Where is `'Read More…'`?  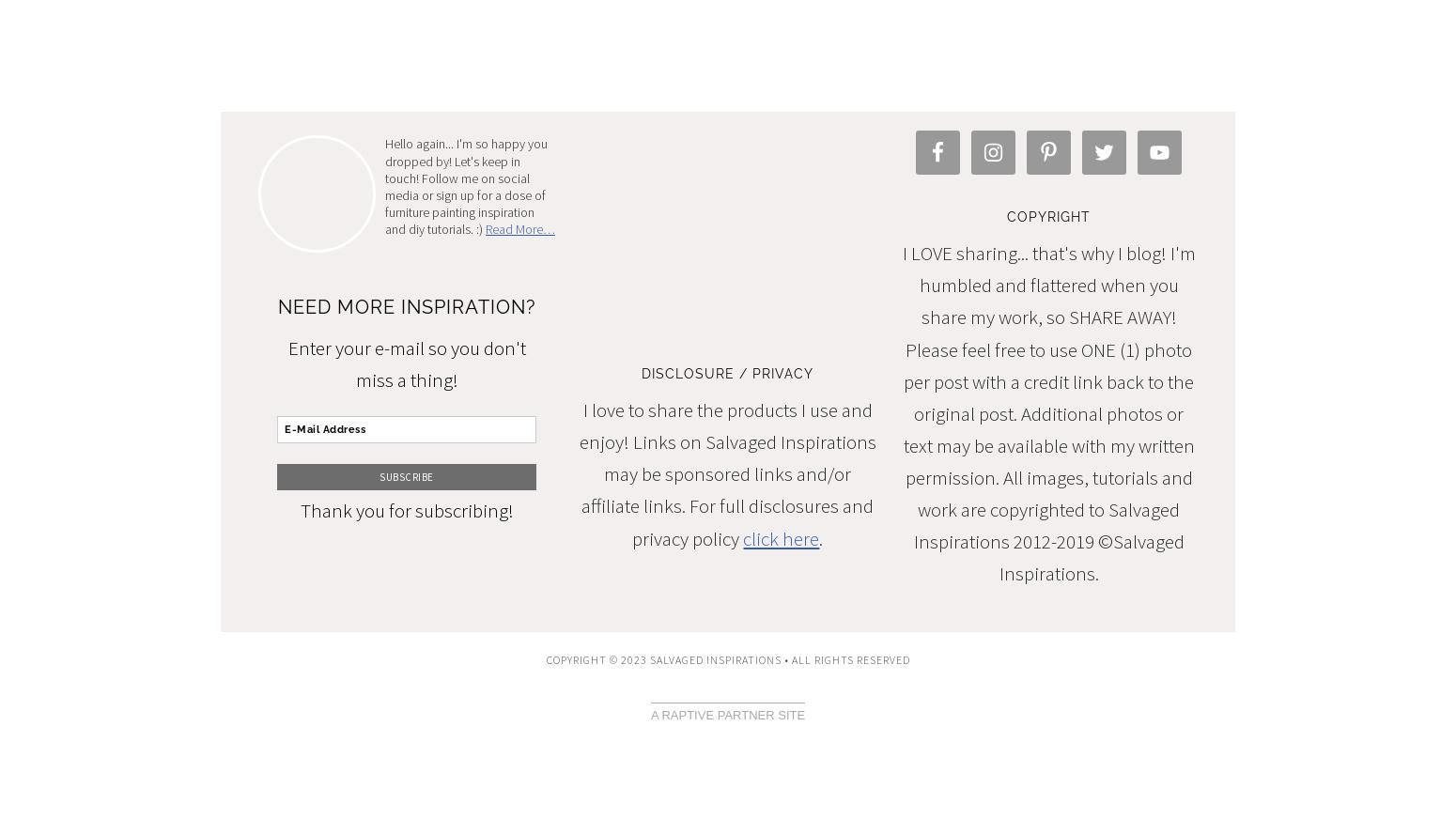 'Read More…' is located at coordinates (519, 227).